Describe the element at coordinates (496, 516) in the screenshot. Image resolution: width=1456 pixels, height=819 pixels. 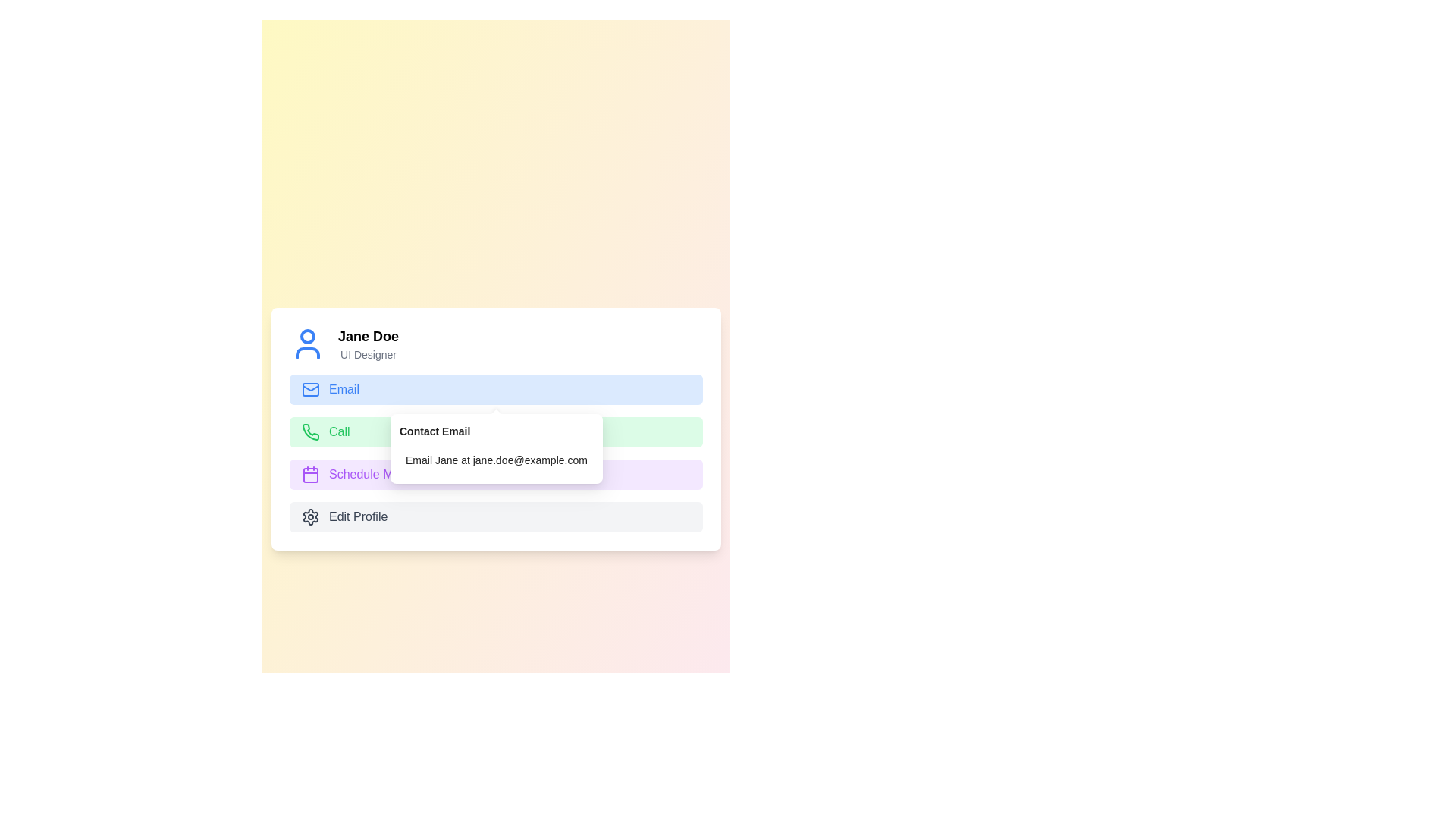
I see `the profile editing button located below the 'Schedule Meeting' button in the stacked form layout` at that location.